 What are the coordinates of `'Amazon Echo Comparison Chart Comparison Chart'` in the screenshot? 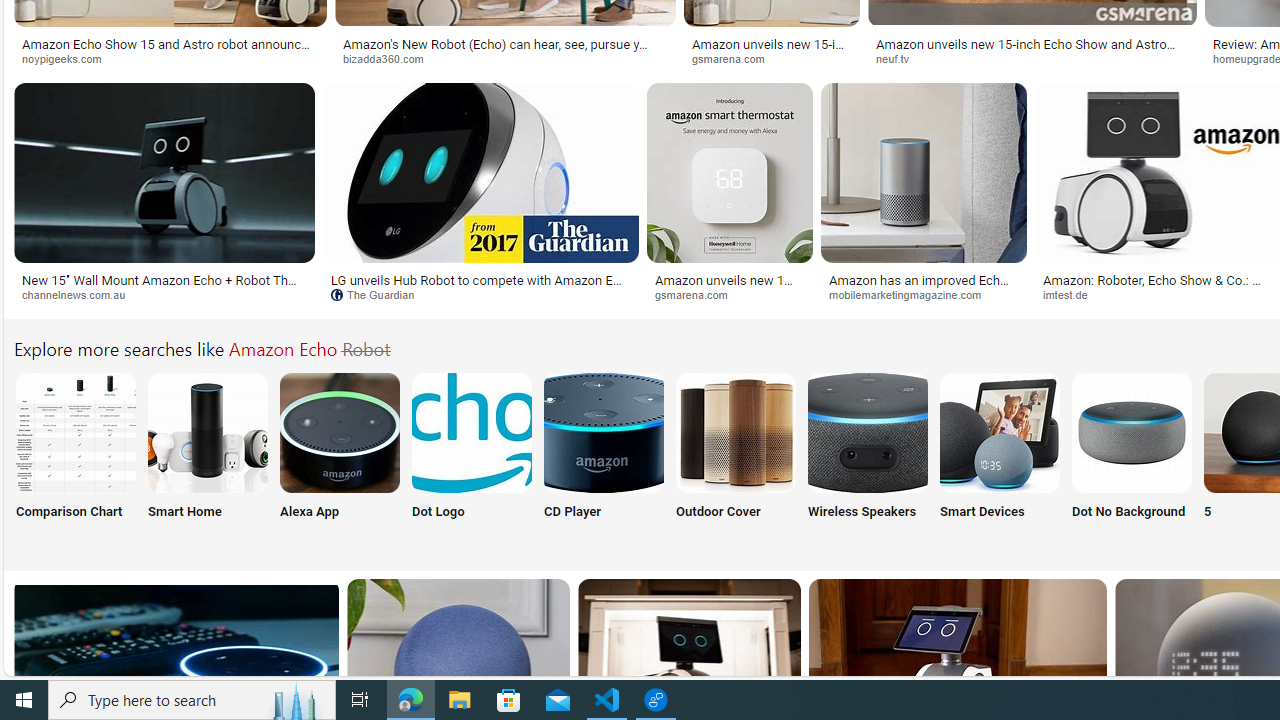 It's located at (75, 458).